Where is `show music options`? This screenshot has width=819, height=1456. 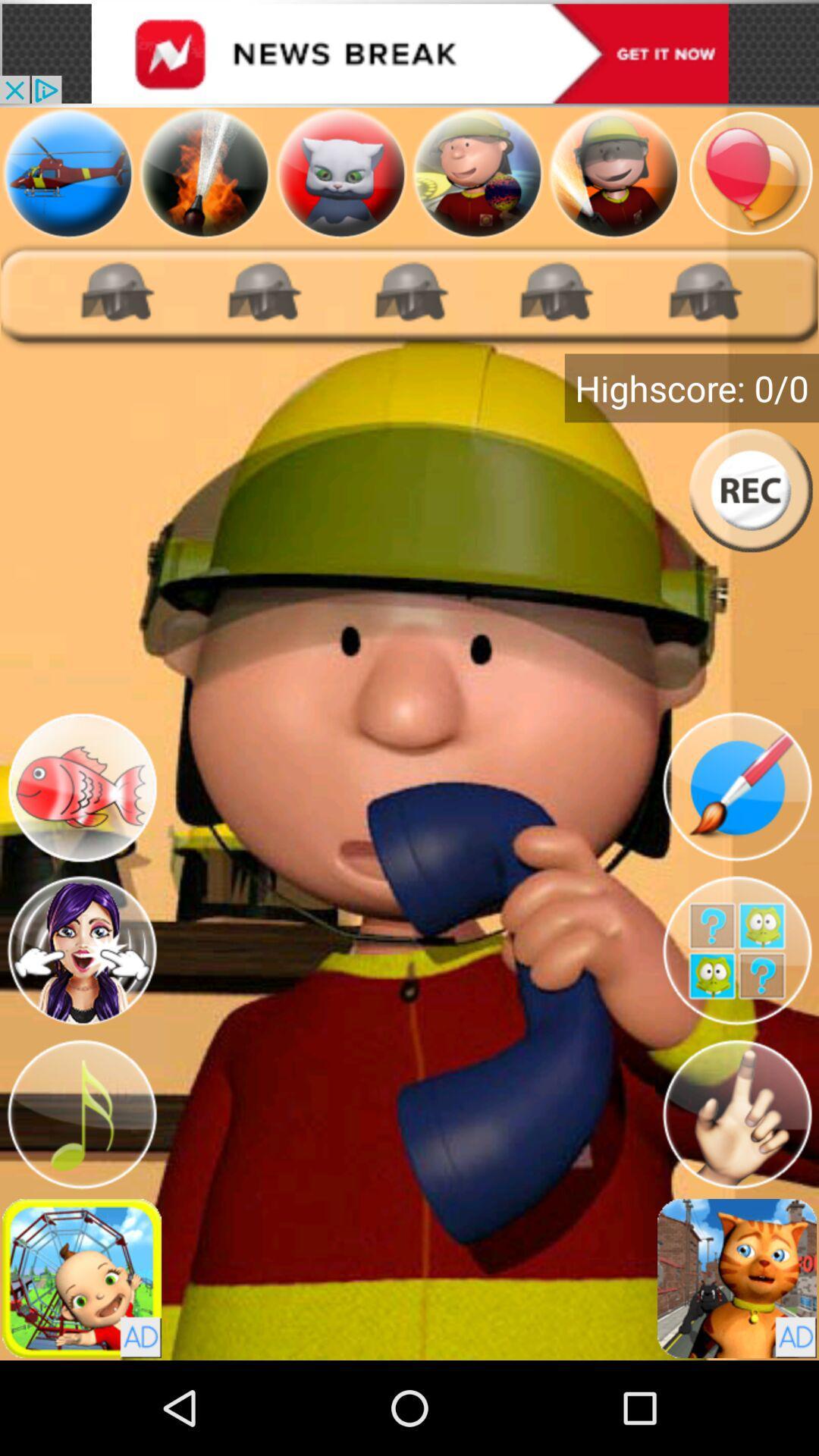
show music options is located at coordinates (82, 1114).